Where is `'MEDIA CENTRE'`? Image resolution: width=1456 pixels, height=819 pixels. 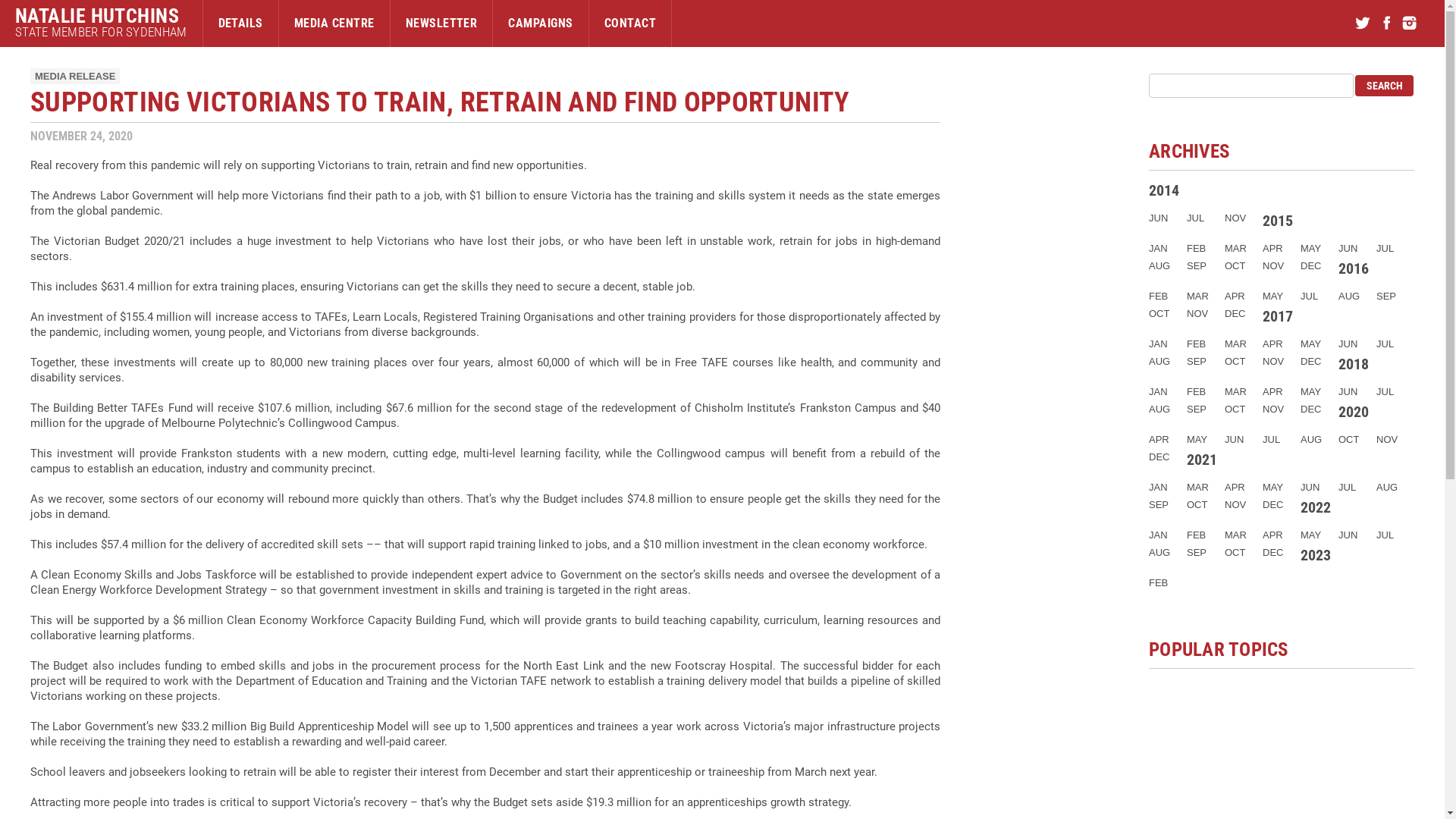
'MEDIA CENTRE' is located at coordinates (279, 23).